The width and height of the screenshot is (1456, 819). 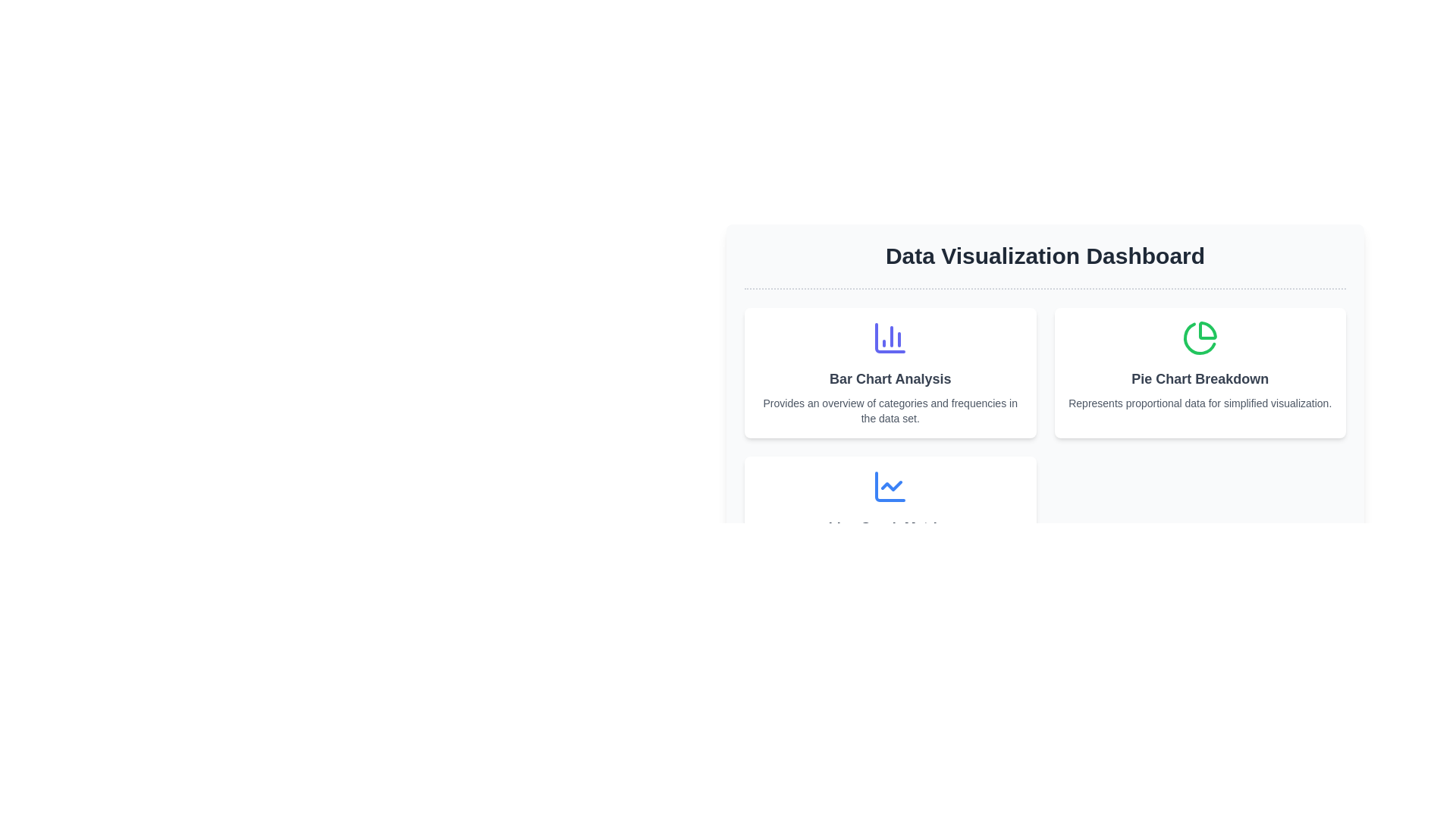 I want to click on the text label displaying 'Bar Chart Analysis', which is styled in a large, bold, dark gray font and is centered below a chart icon, so click(x=890, y=378).